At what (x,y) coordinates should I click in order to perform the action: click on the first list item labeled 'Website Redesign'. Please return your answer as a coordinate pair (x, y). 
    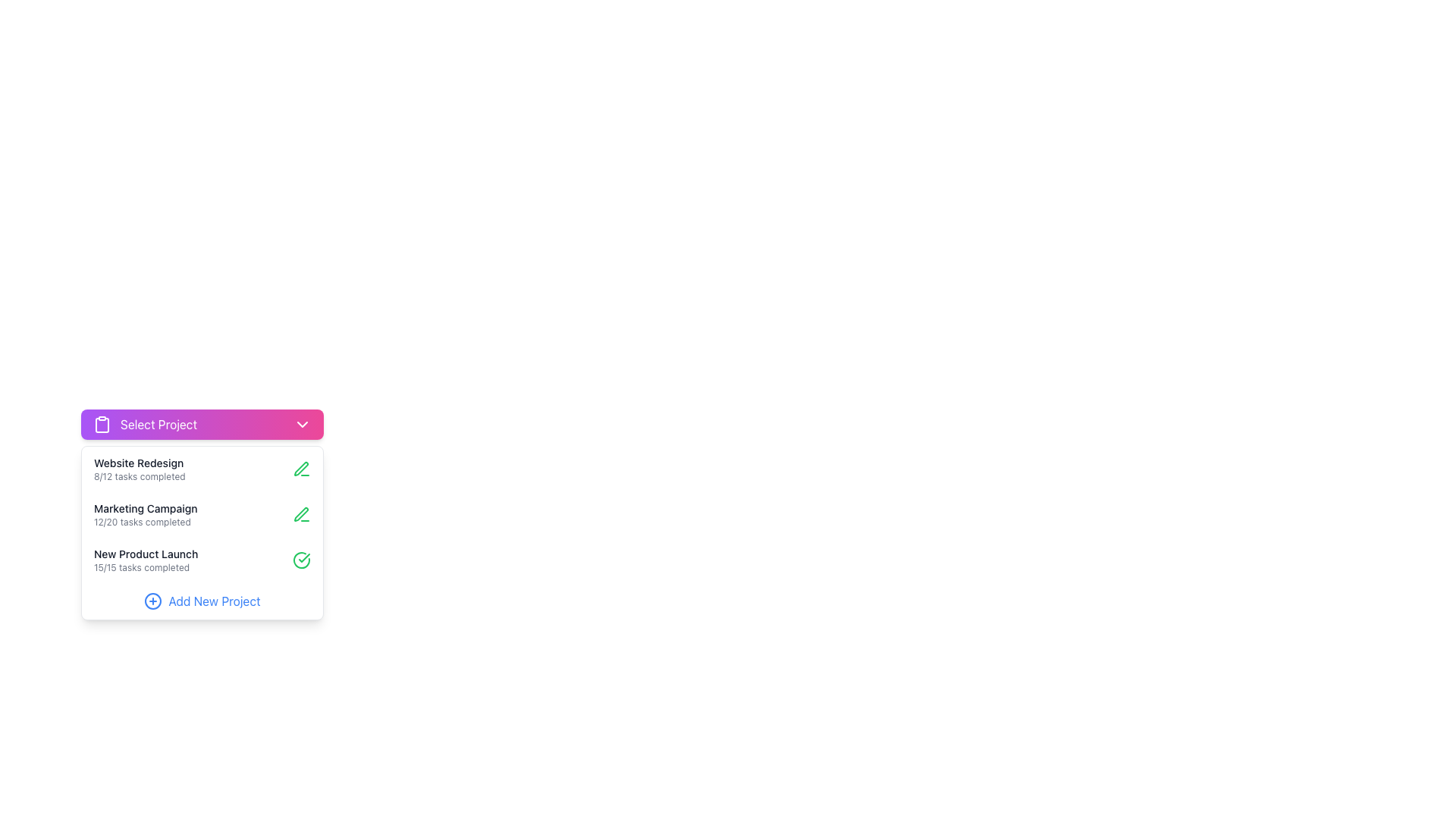
    Looking at the image, I should click on (202, 468).